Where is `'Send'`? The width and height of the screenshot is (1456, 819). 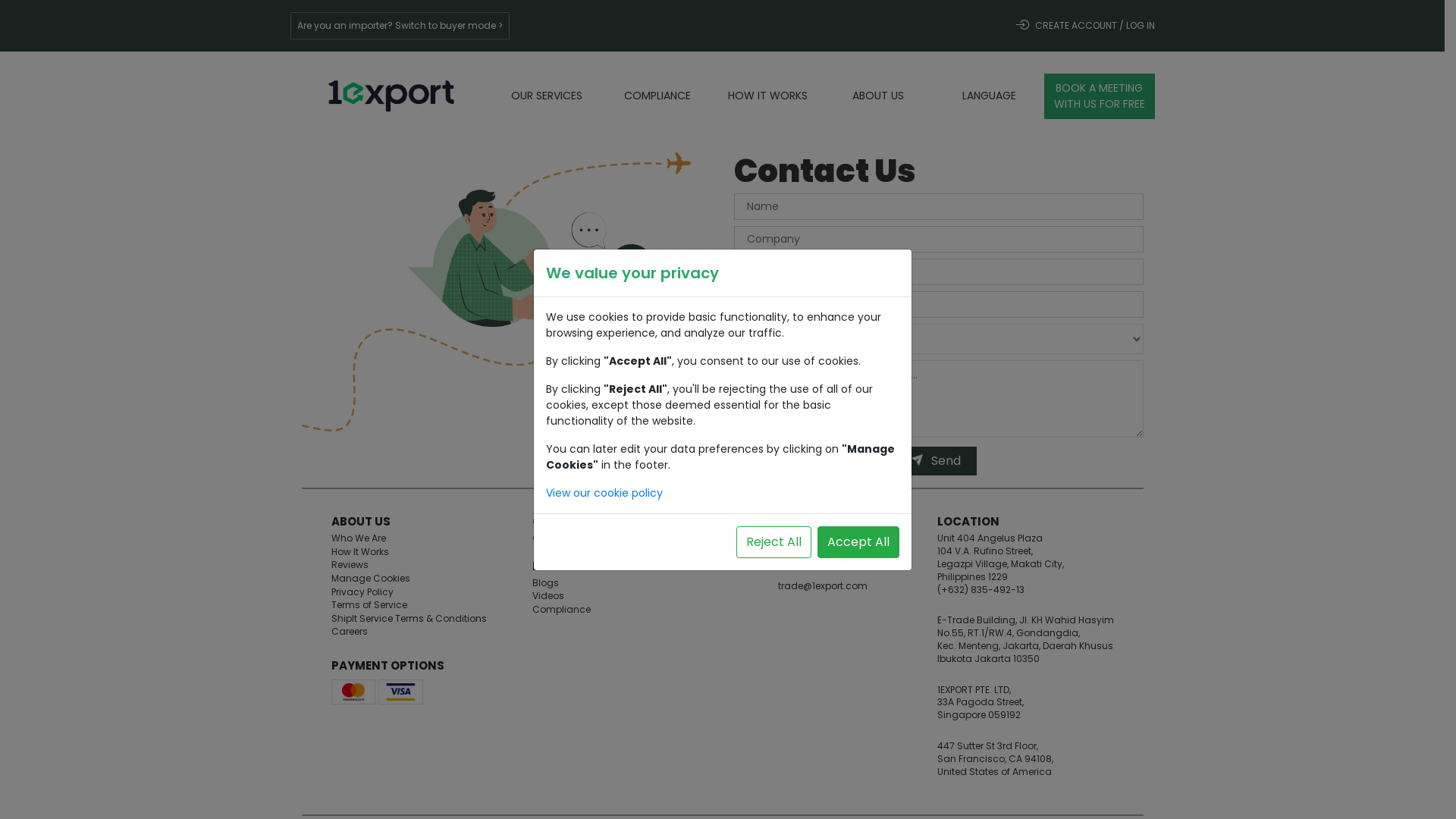
'Send' is located at coordinates (937, 460).